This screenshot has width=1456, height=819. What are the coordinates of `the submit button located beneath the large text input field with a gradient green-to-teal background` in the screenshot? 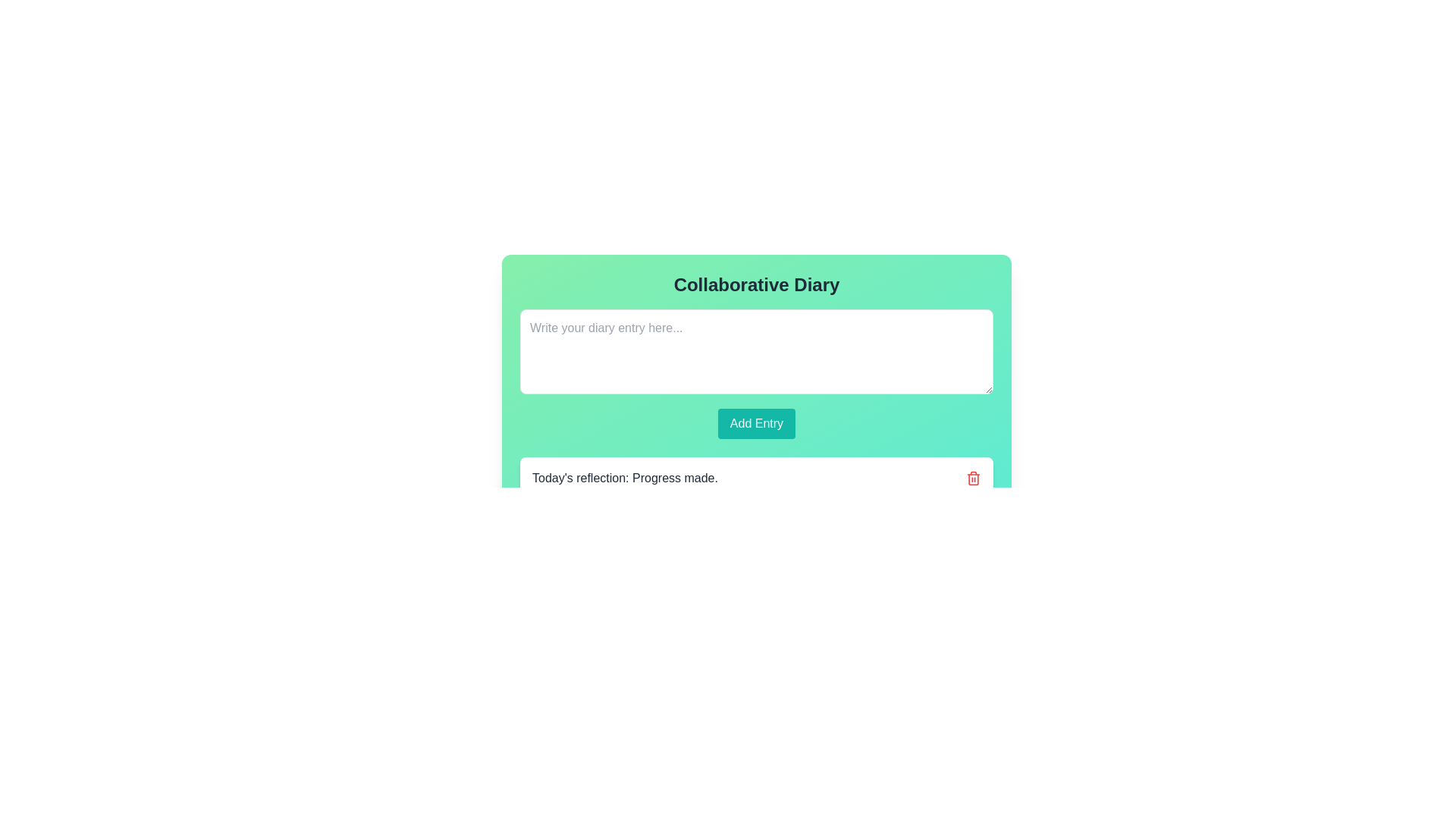 It's located at (757, 424).